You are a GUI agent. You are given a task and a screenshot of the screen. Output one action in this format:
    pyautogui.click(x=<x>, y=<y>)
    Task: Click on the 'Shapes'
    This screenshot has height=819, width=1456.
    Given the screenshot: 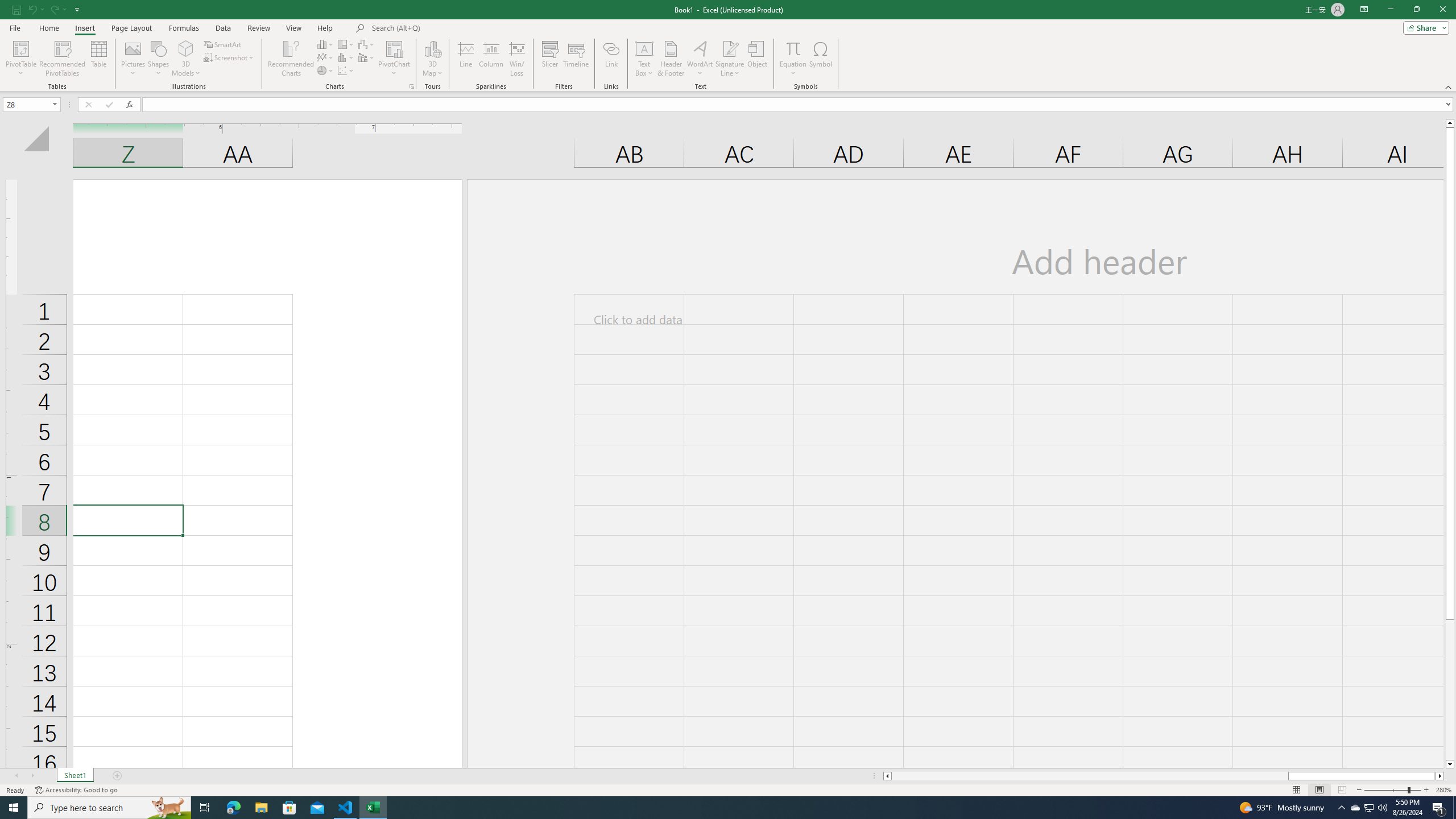 What is the action you would take?
    pyautogui.click(x=158, y=59)
    